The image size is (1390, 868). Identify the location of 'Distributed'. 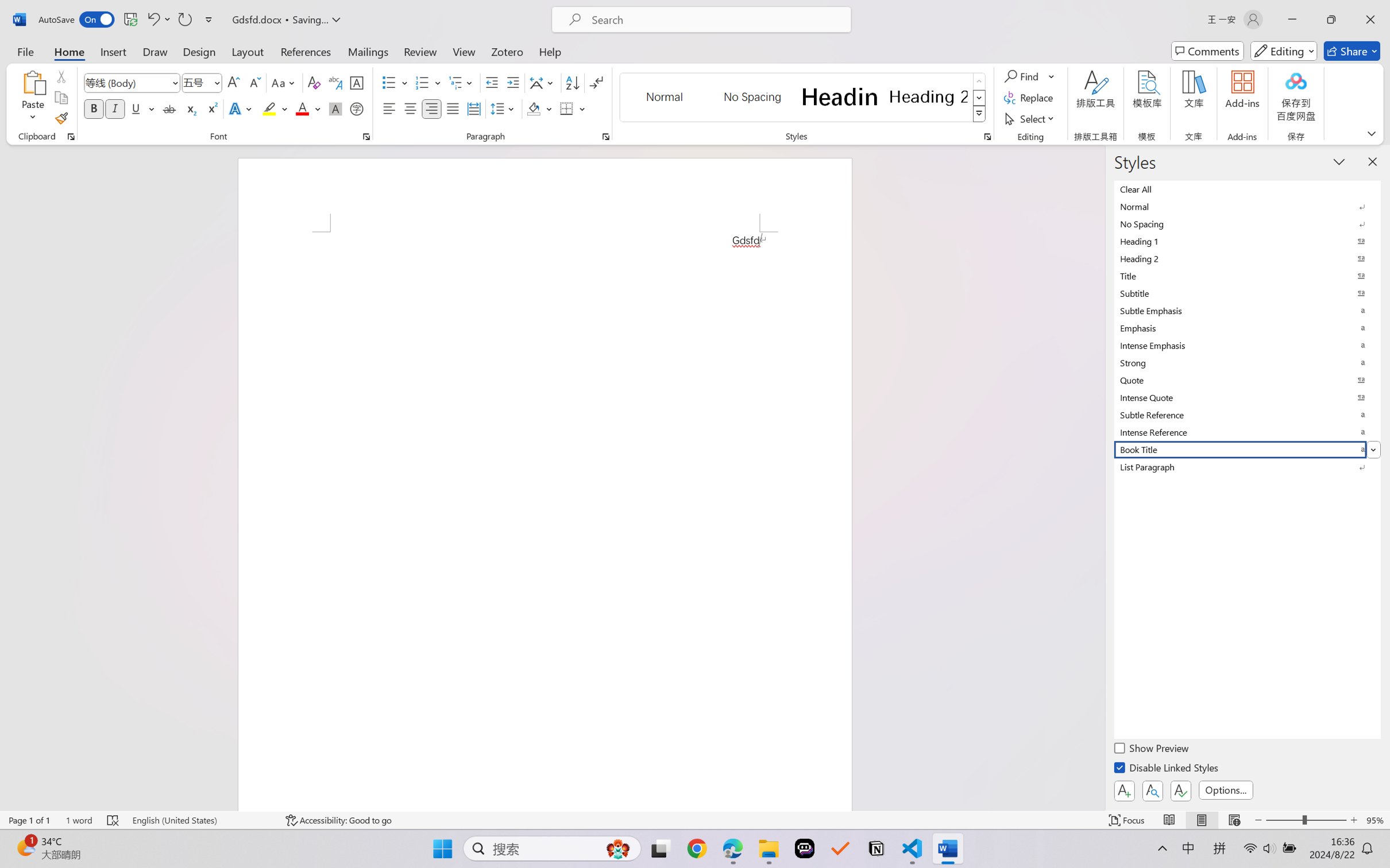
(473, 108).